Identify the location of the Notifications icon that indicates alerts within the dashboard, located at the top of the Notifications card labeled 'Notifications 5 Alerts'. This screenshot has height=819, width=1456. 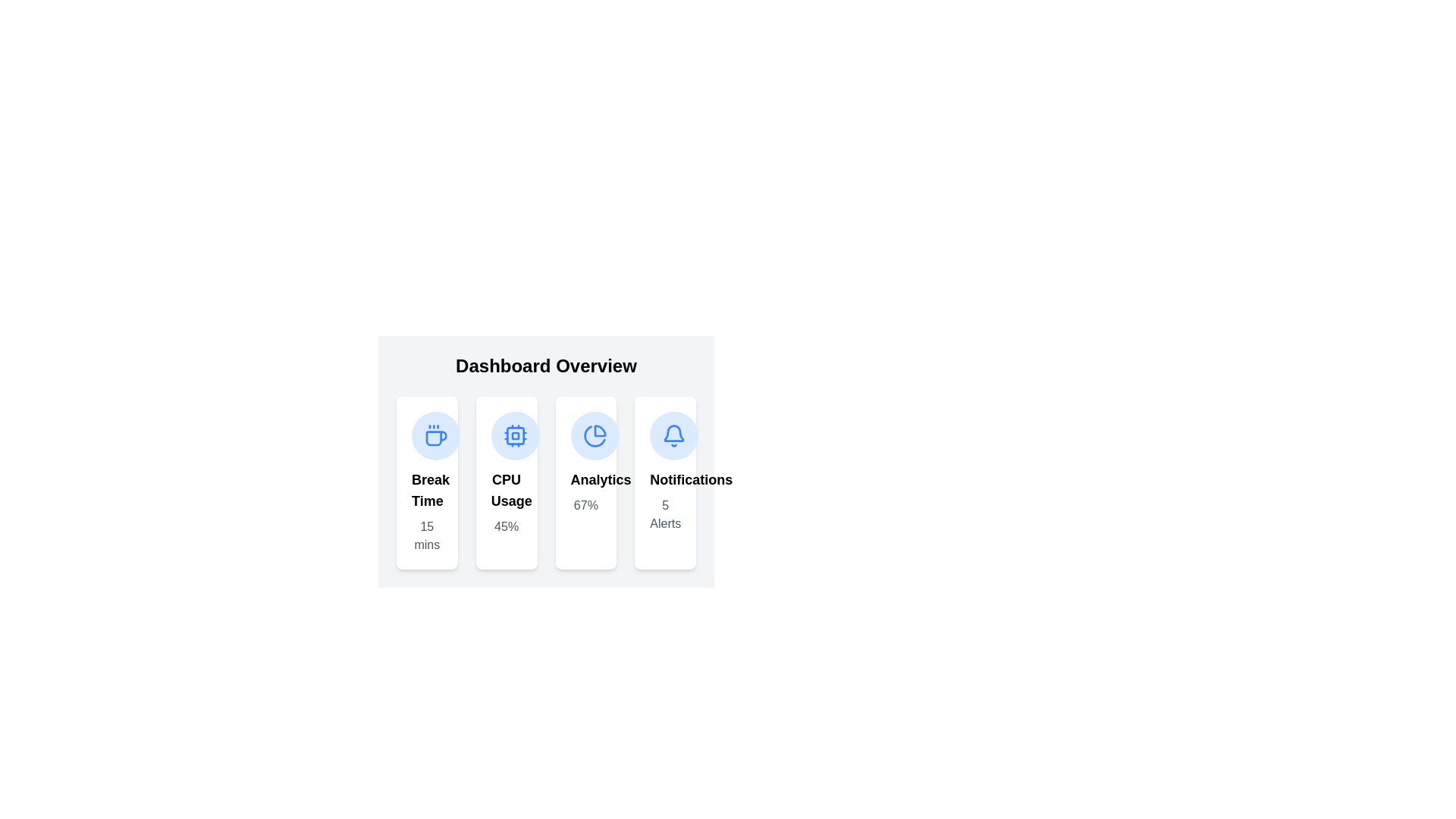
(673, 435).